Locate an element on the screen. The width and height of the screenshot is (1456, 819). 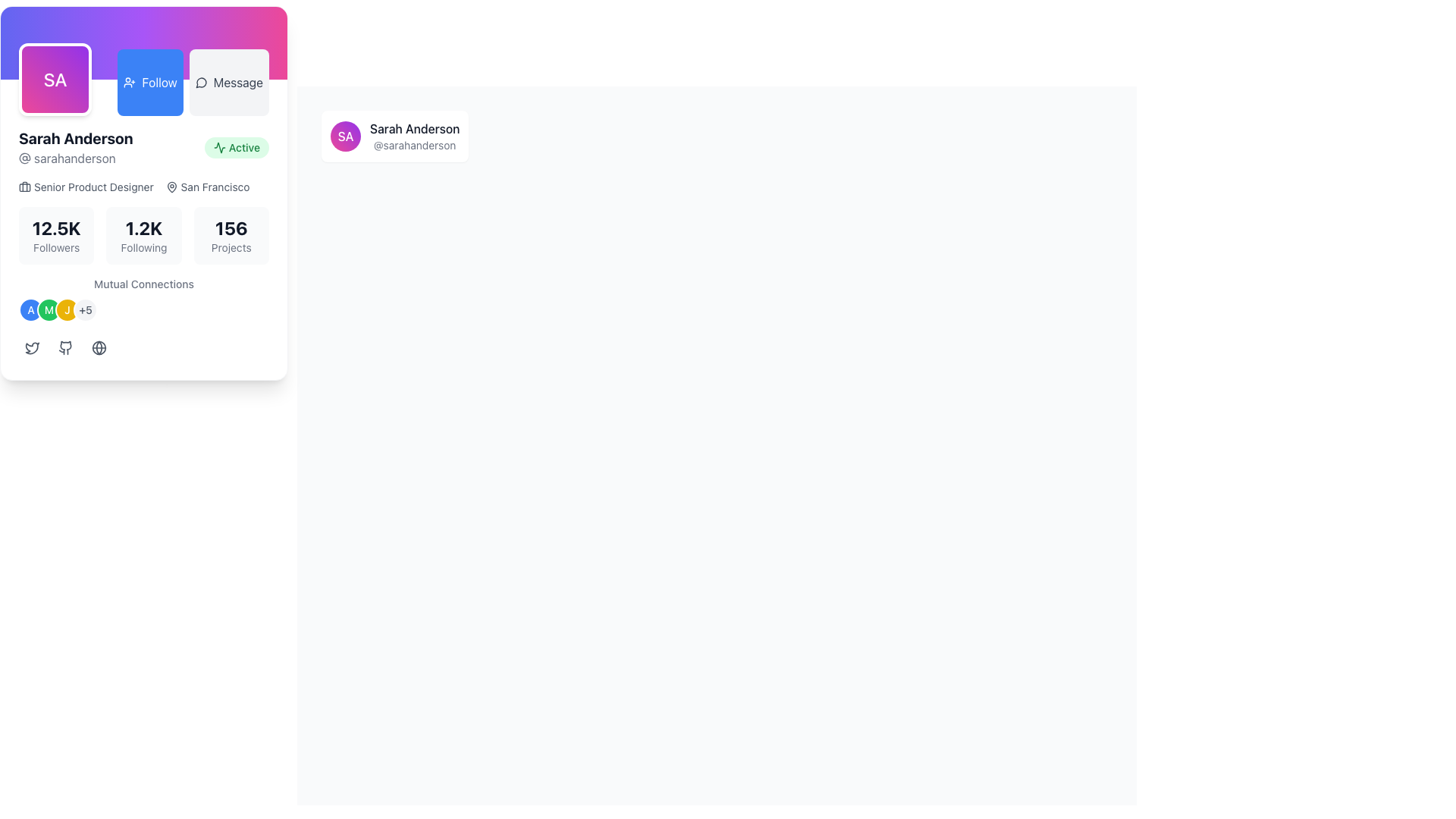
the location identifier element displaying 'San Francisco' which is positioned below the job title 'Senior Product Designer' in the profile card is located at coordinates (206, 186).